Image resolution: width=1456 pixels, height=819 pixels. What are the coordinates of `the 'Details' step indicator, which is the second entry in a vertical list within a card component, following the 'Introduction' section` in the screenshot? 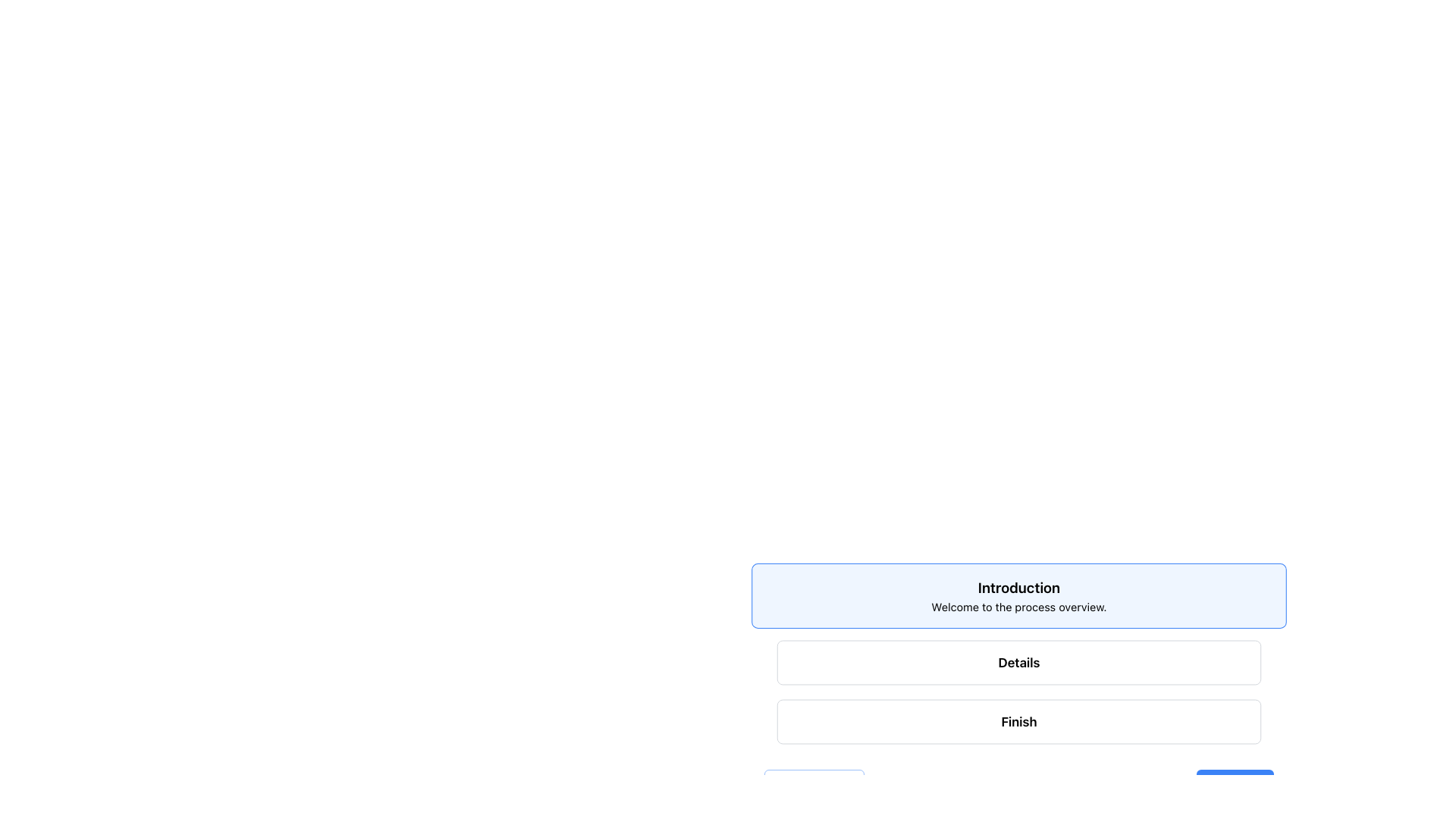 It's located at (1018, 683).